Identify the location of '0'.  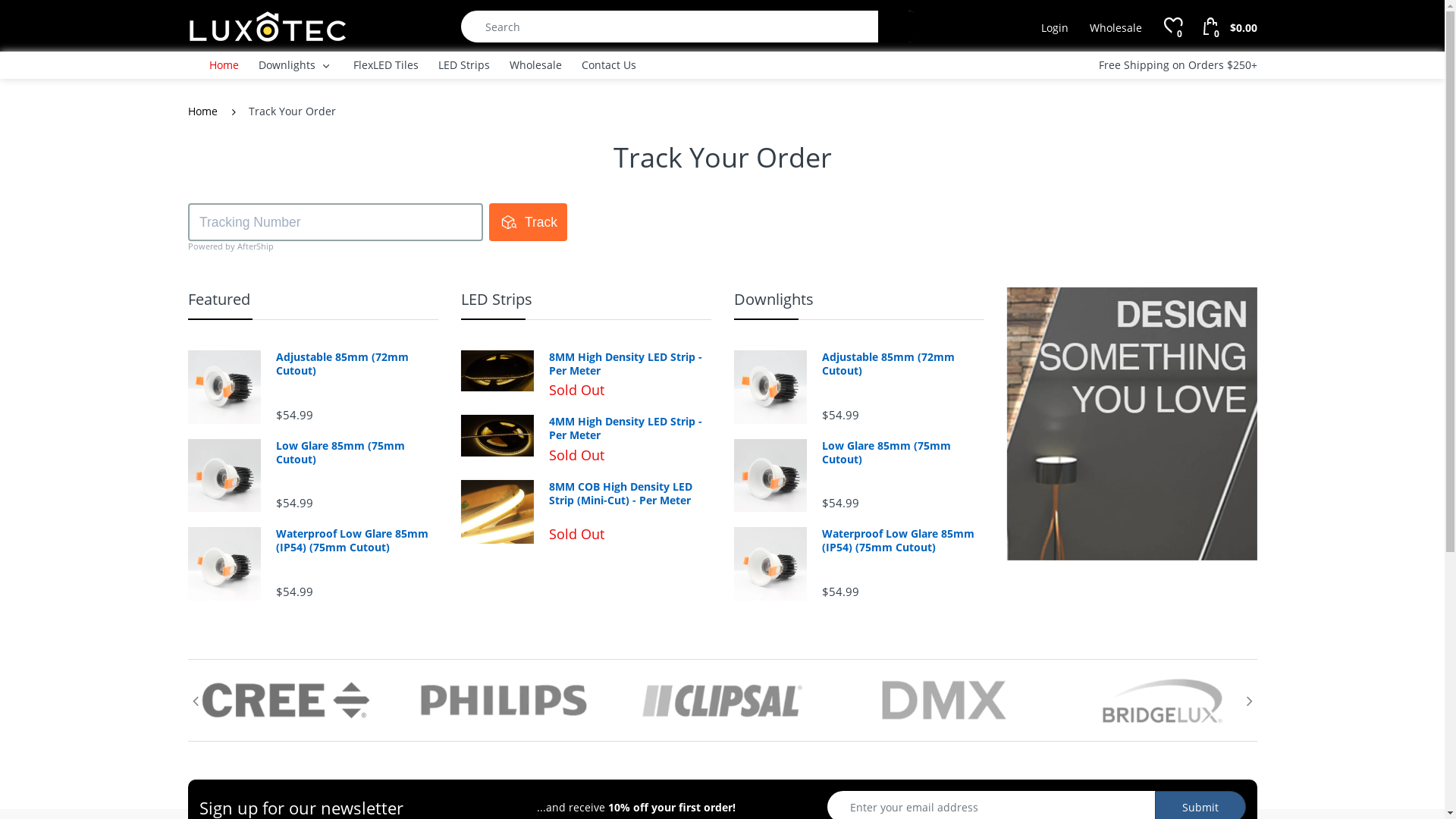
(1171, 26).